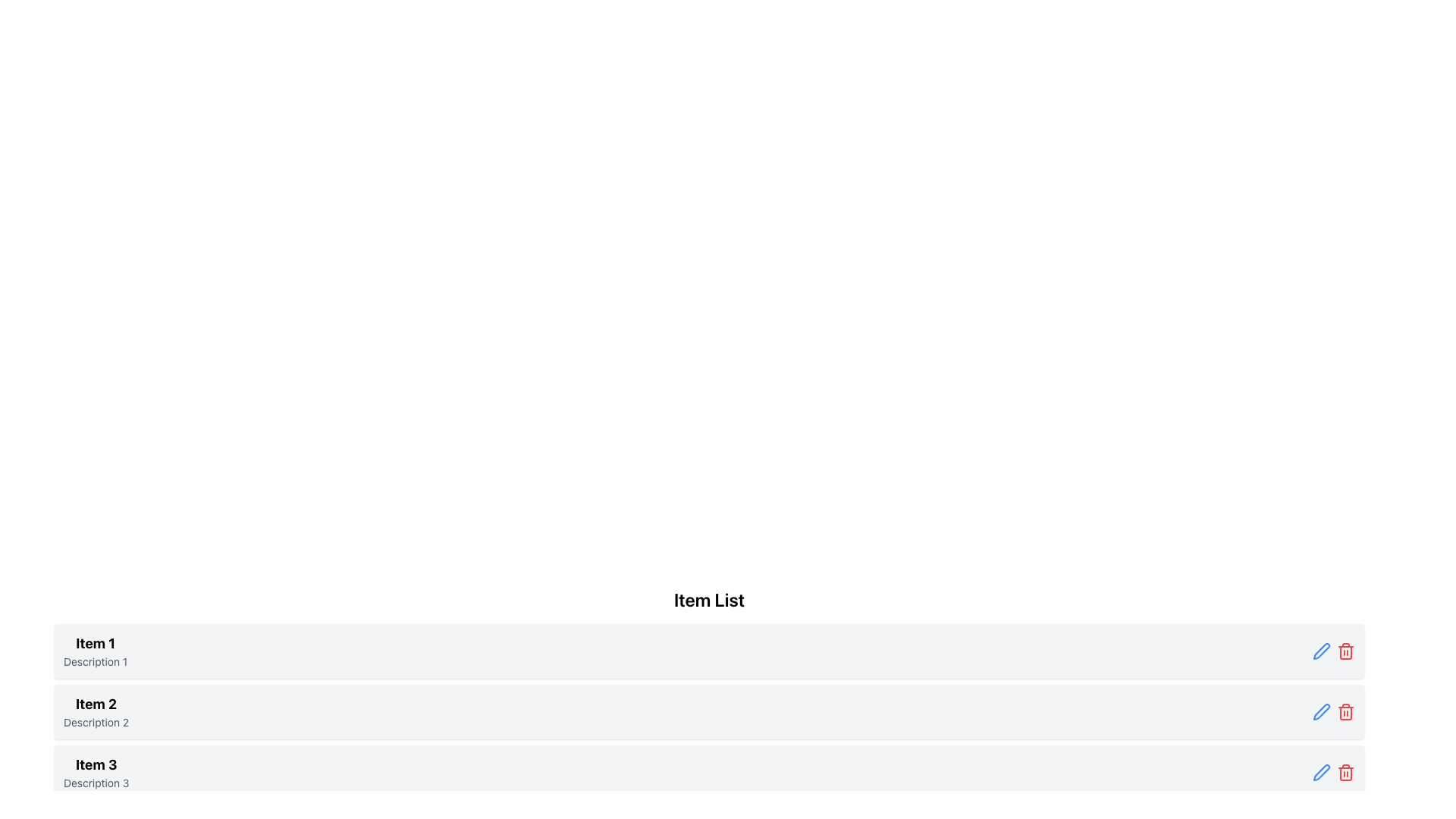 Image resolution: width=1456 pixels, height=819 pixels. Describe the element at coordinates (95, 651) in the screenshot. I see `the text block containing 'Item 1' and 'Description 1', which is the first entry in a vertical list, styled with a bold title and a smaller grayish description` at that location.